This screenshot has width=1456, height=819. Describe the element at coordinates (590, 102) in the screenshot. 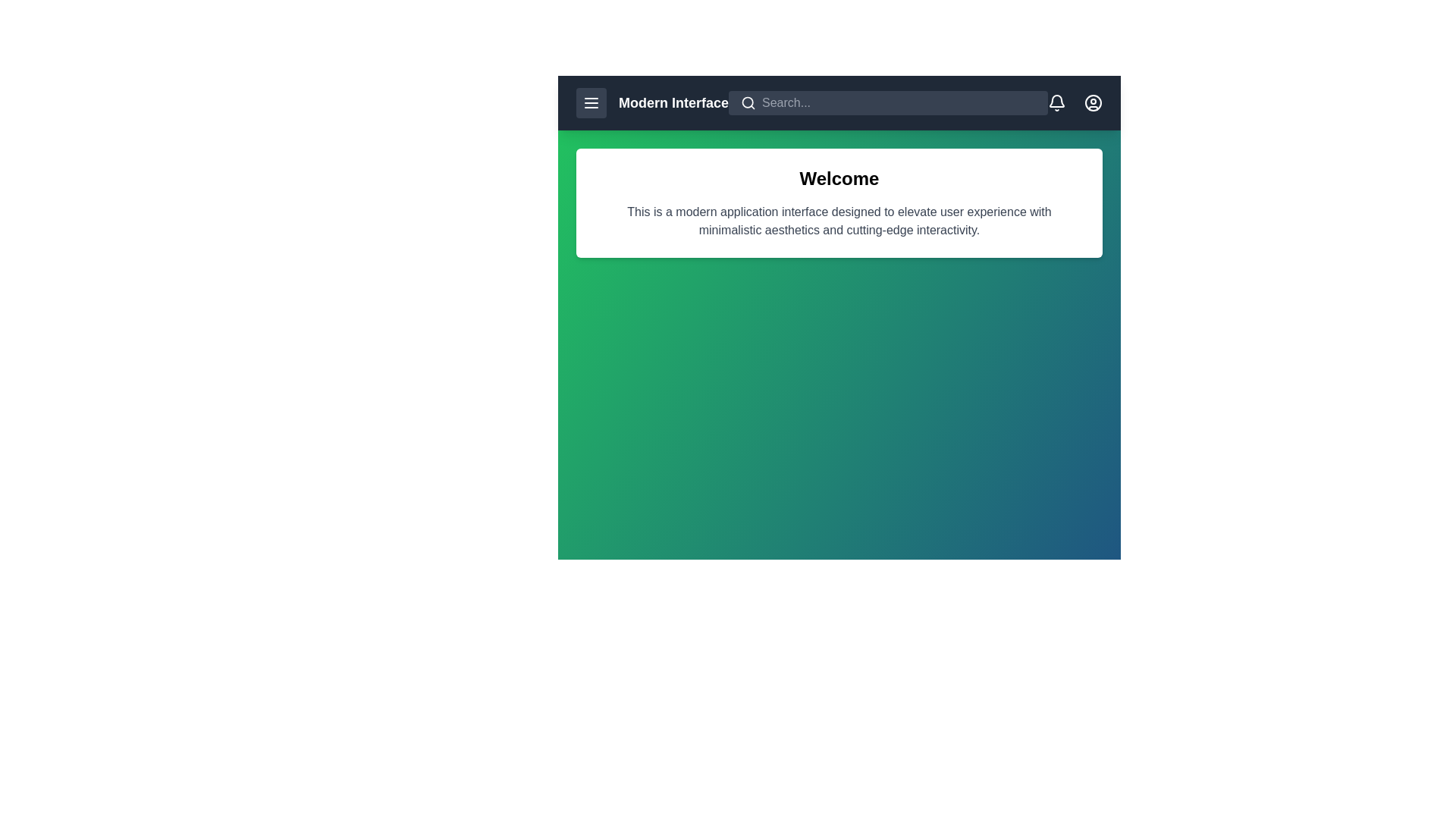

I see `the menu button to open the menu` at that location.